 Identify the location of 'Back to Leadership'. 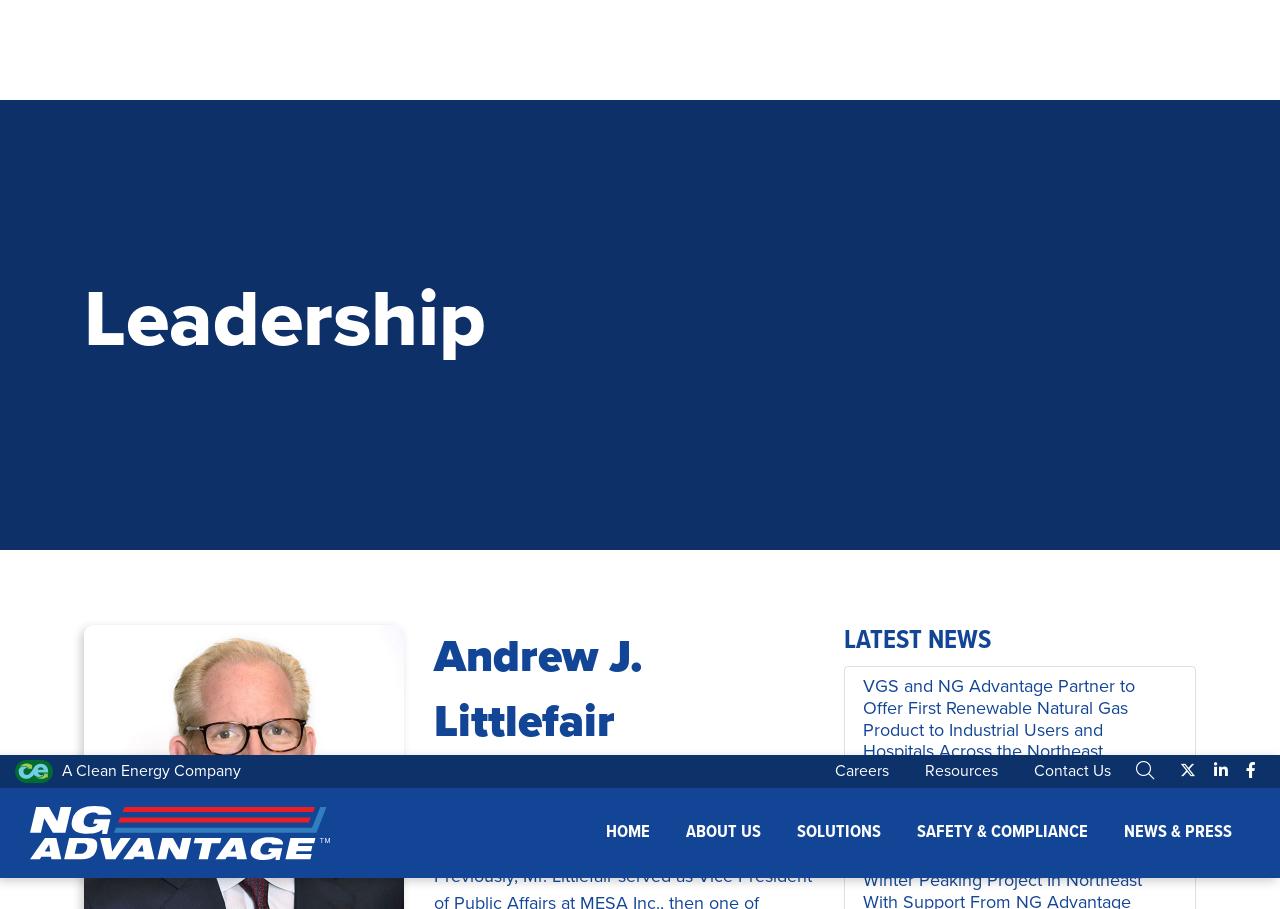
(204, 458).